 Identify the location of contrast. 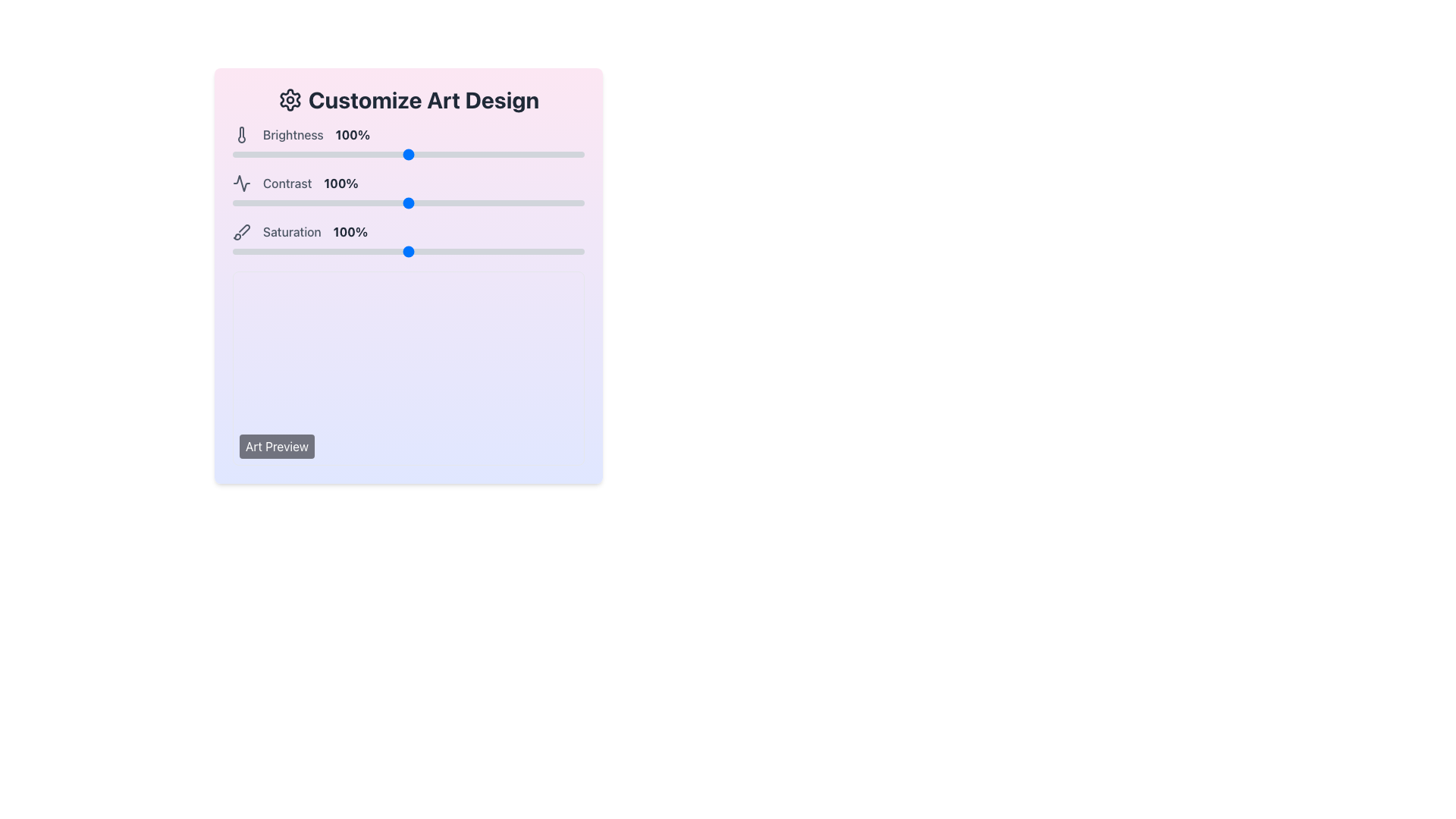
(359, 202).